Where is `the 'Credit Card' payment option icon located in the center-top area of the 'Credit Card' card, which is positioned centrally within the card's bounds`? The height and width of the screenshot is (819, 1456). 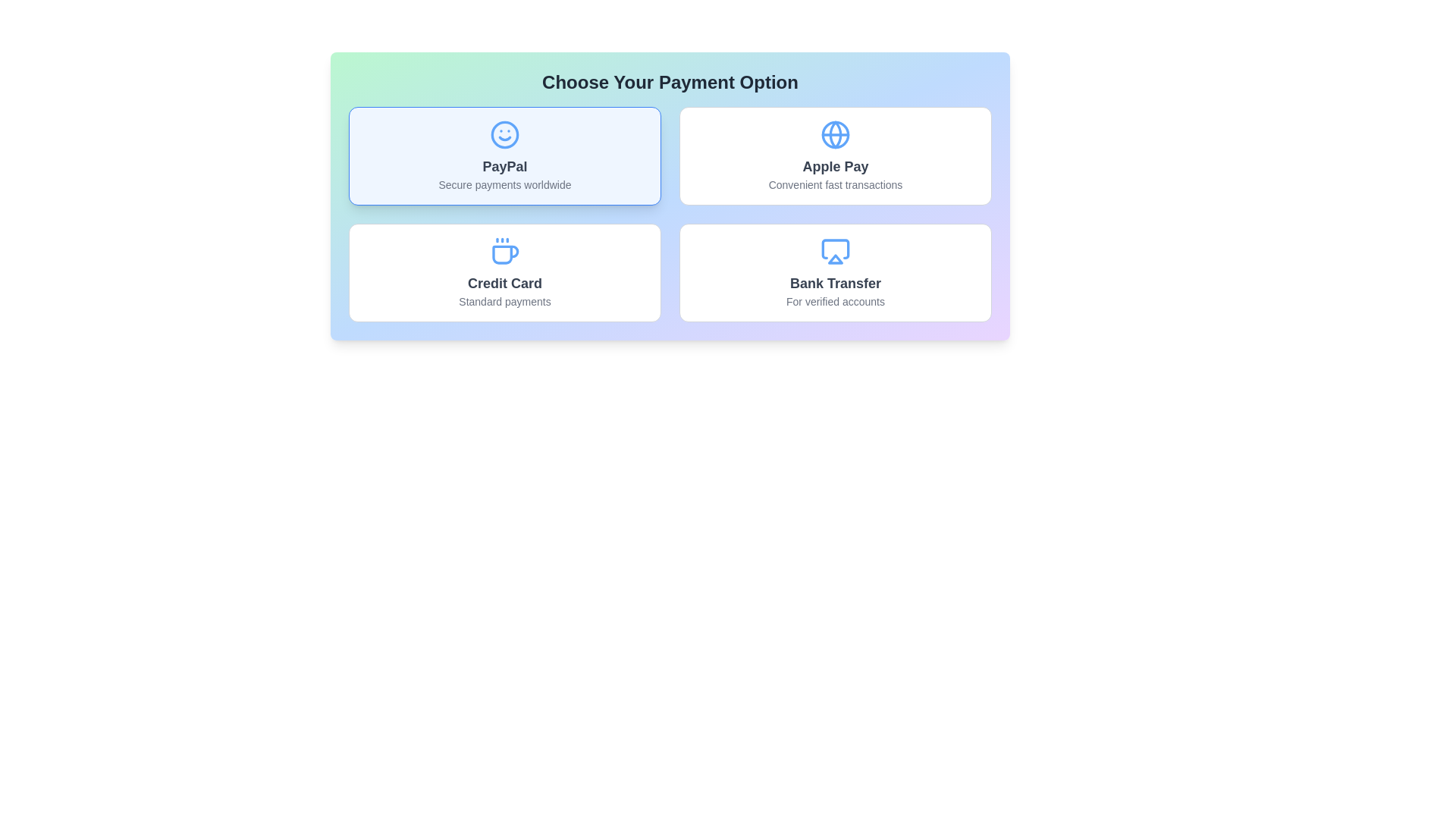 the 'Credit Card' payment option icon located in the center-top area of the 'Credit Card' card, which is positioned centrally within the card's bounds is located at coordinates (505, 250).